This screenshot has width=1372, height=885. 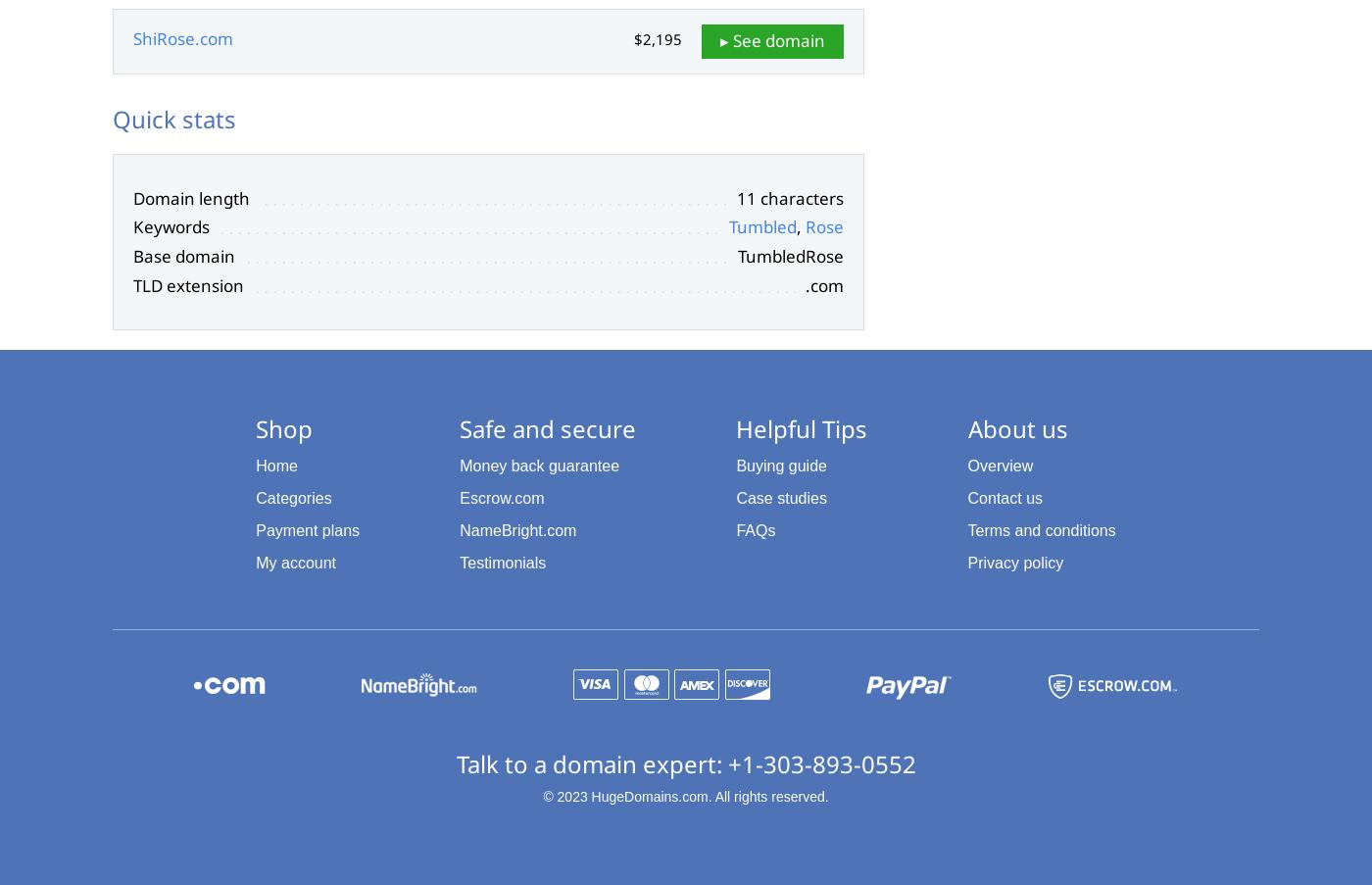 I want to click on 'ShiRose.com', so click(x=183, y=37).